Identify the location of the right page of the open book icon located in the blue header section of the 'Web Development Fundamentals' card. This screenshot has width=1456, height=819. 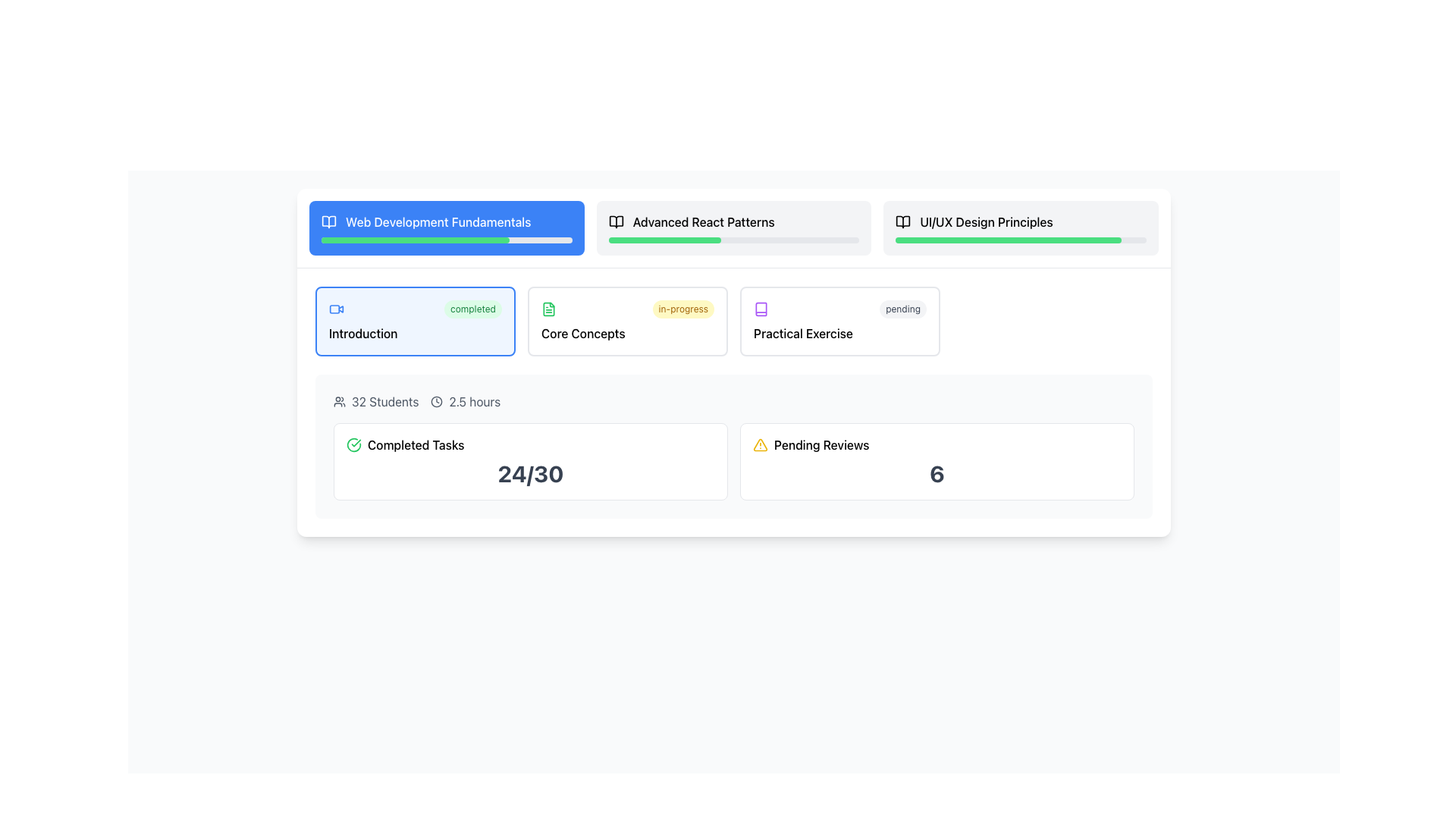
(328, 222).